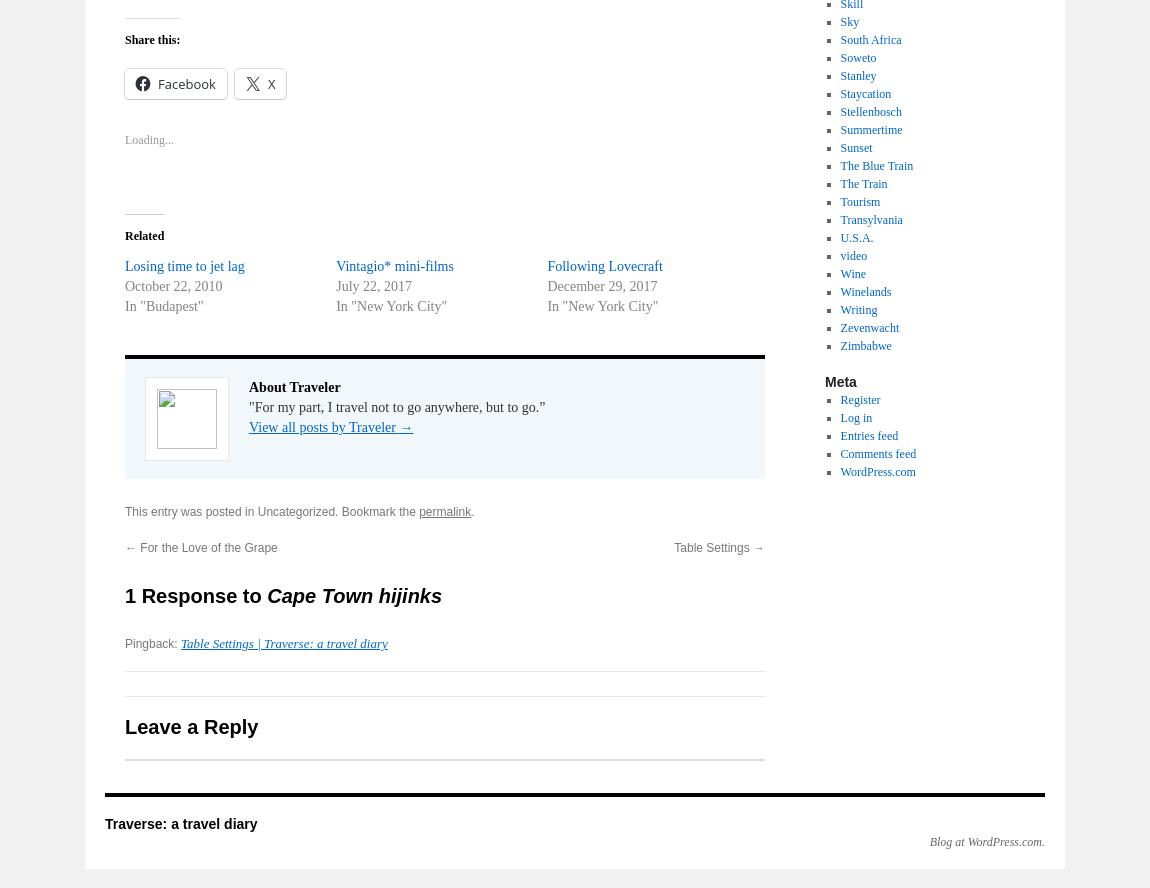 This screenshot has width=1150, height=888. What do you see at coordinates (838, 182) in the screenshot?
I see `'The Train'` at bounding box center [838, 182].